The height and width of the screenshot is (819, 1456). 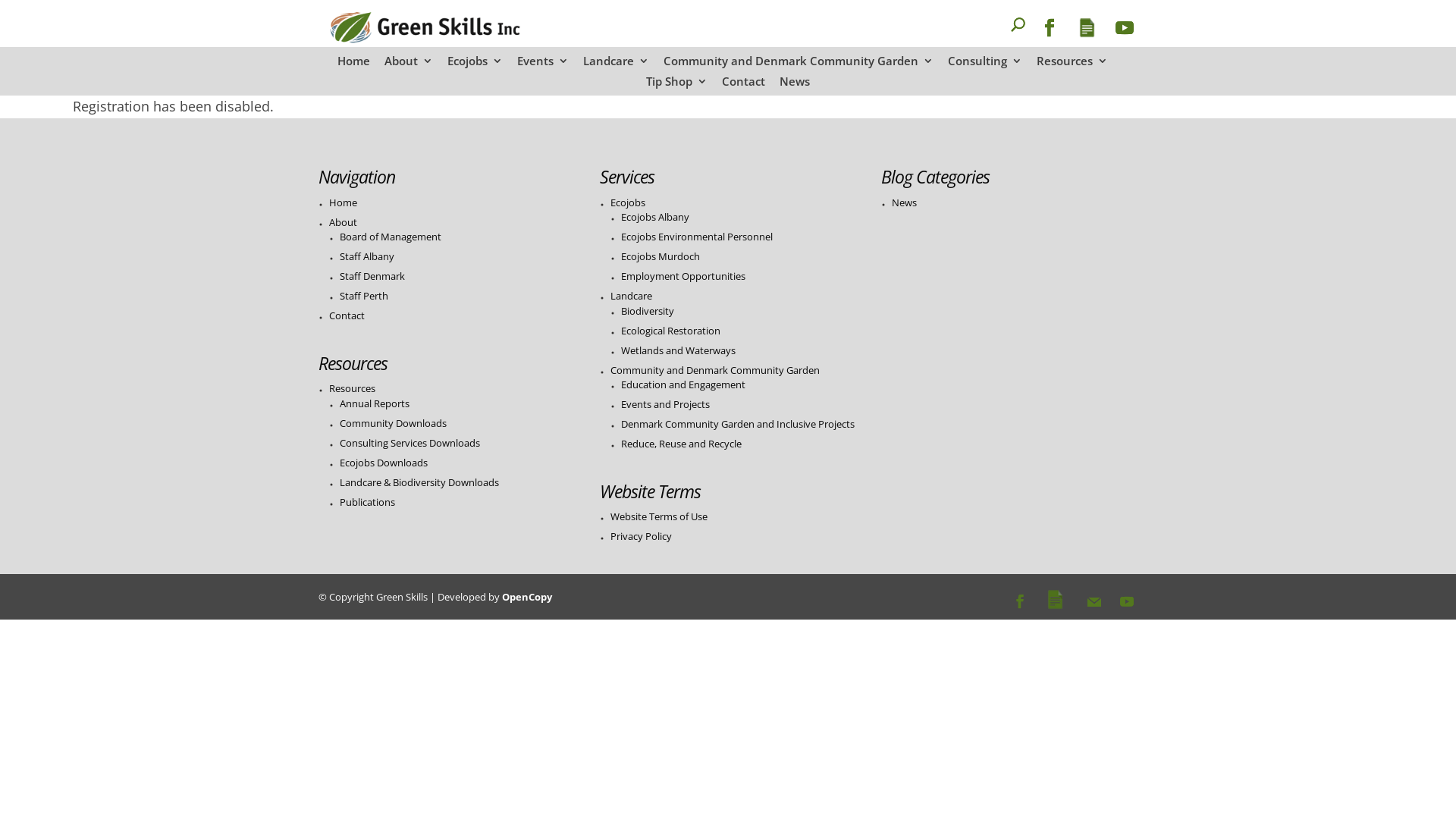 What do you see at coordinates (615, 64) in the screenshot?
I see `'Landcare'` at bounding box center [615, 64].